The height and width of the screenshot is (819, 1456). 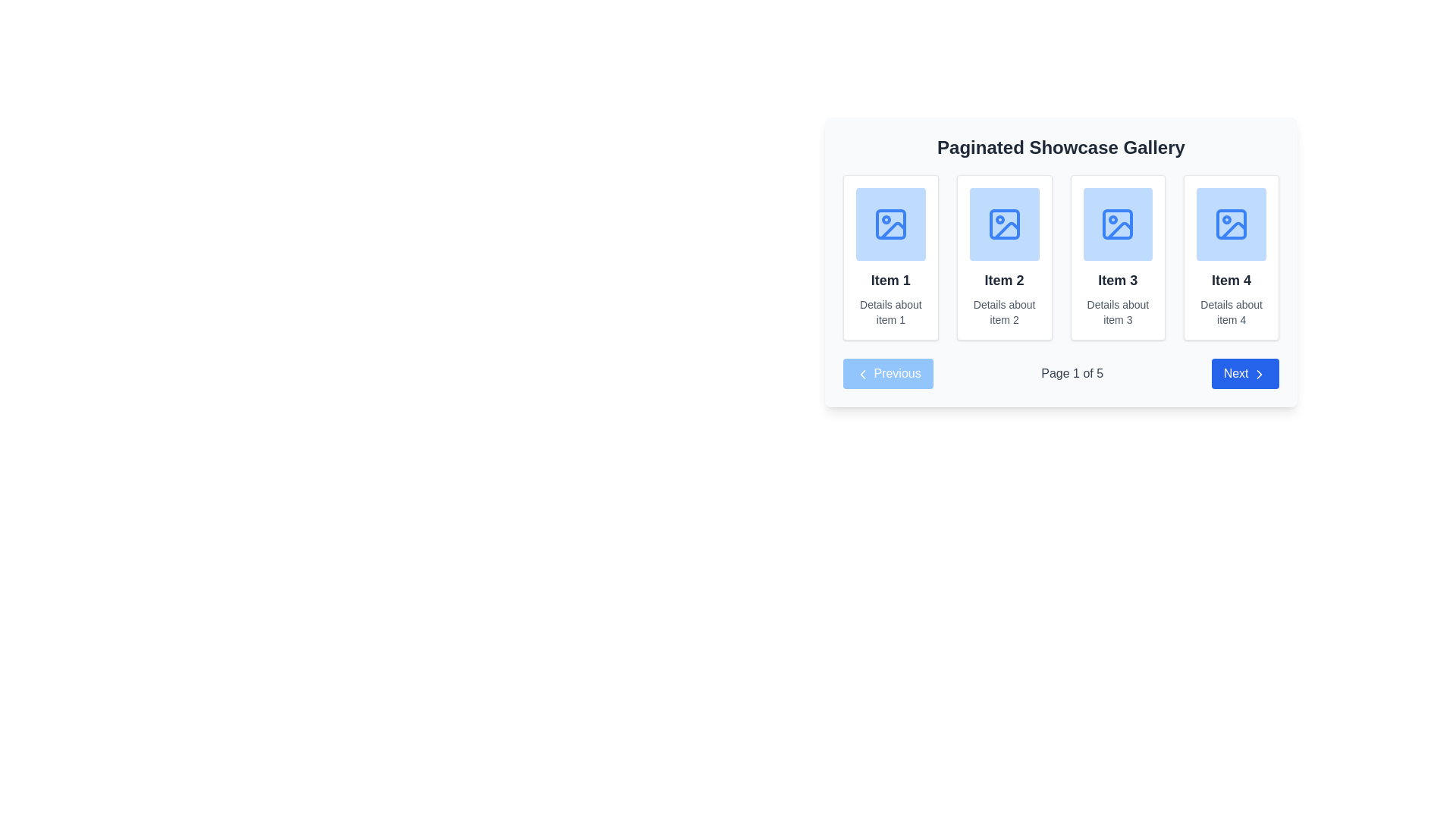 What do you see at coordinates (1232, 281) in the screenshot?
I see `the text label displaying 'Item 4', which is prominently styled in a larger font size and bold weight, located below a blue image icon and above the descriptive text 'Details about item 4'` at bounding box center [1232, 281].